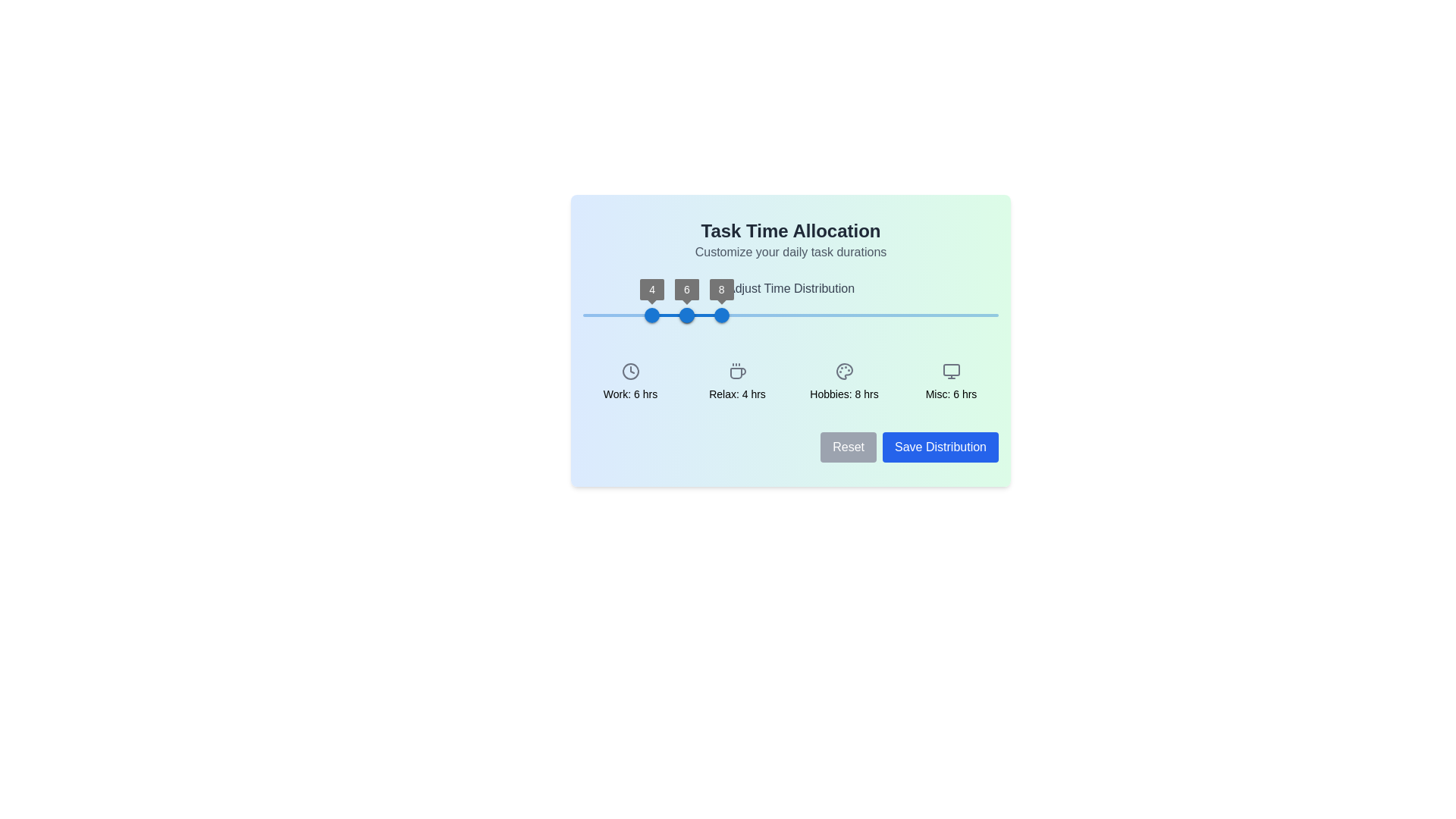 The width and height of the screenshot is (1456, 819). I want to click on the slider value, so click(558, 315).